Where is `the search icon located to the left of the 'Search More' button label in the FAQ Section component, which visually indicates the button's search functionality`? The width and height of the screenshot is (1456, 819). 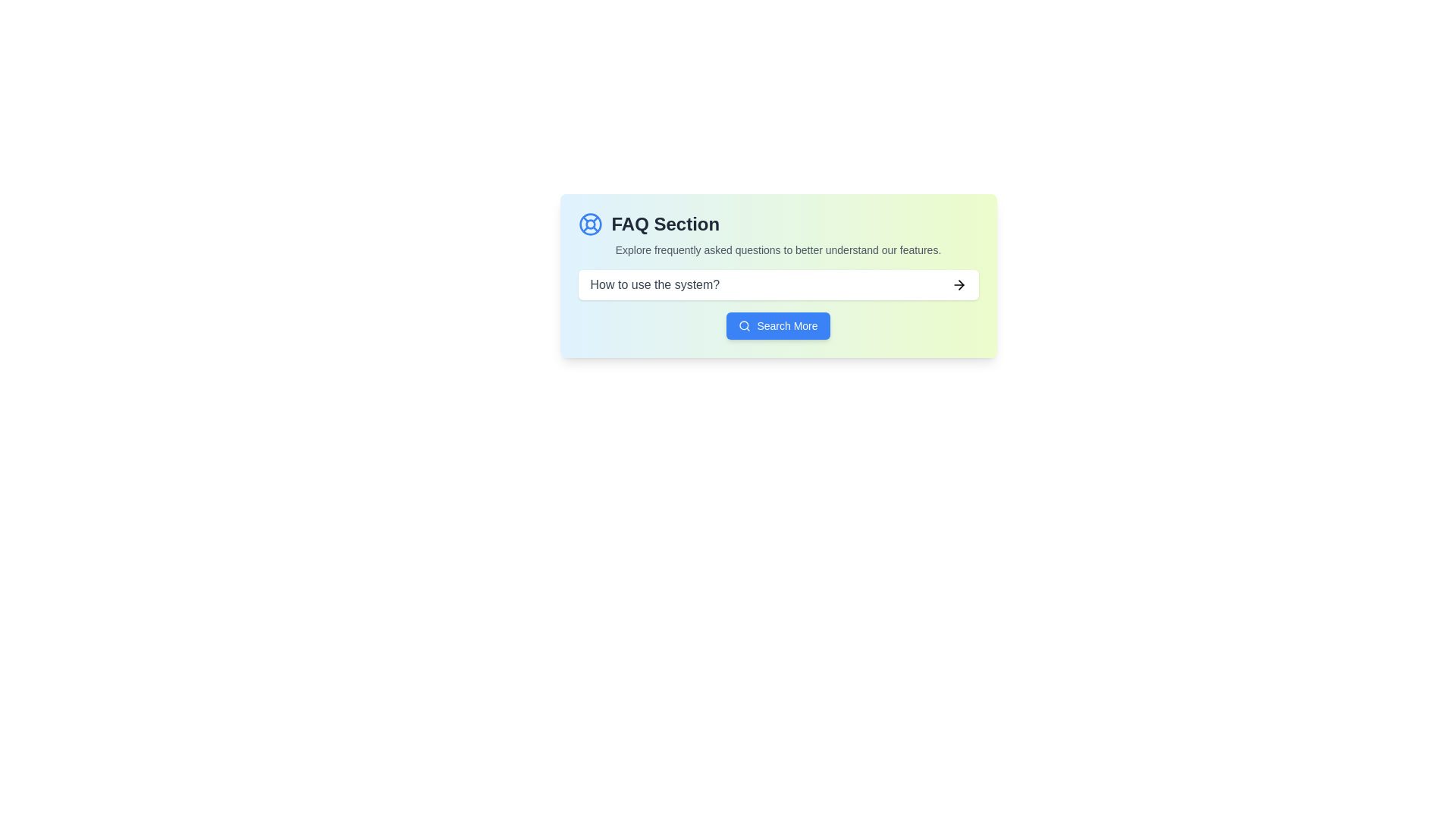
the search icon located to the left of the 'Search More' button label in the FAQ Section component, which visually indicates the button's search functionality is located at coordinates (745, 325).